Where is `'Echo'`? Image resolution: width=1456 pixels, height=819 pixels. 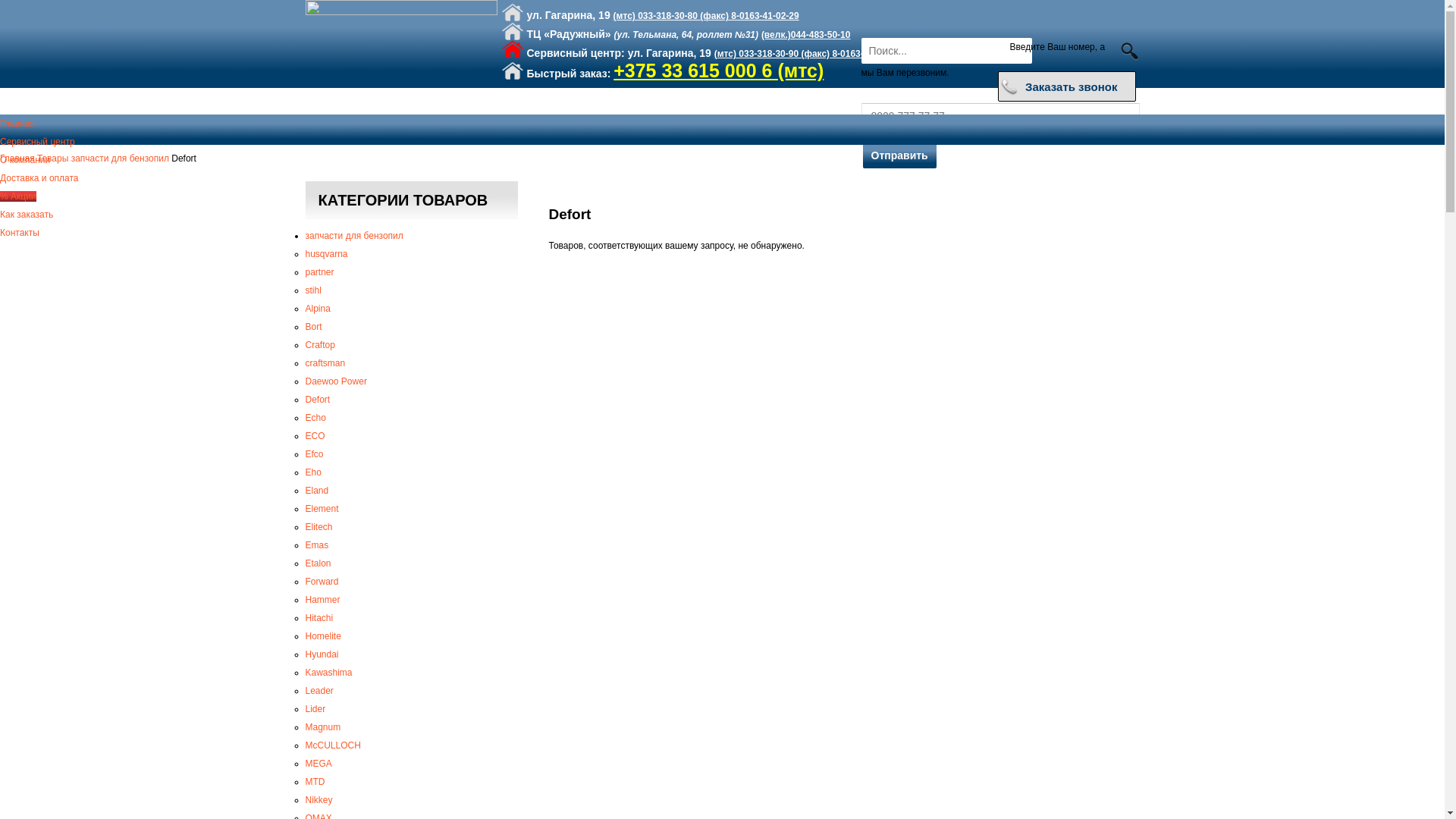
'Echo' is located at coordinates (314, 418).